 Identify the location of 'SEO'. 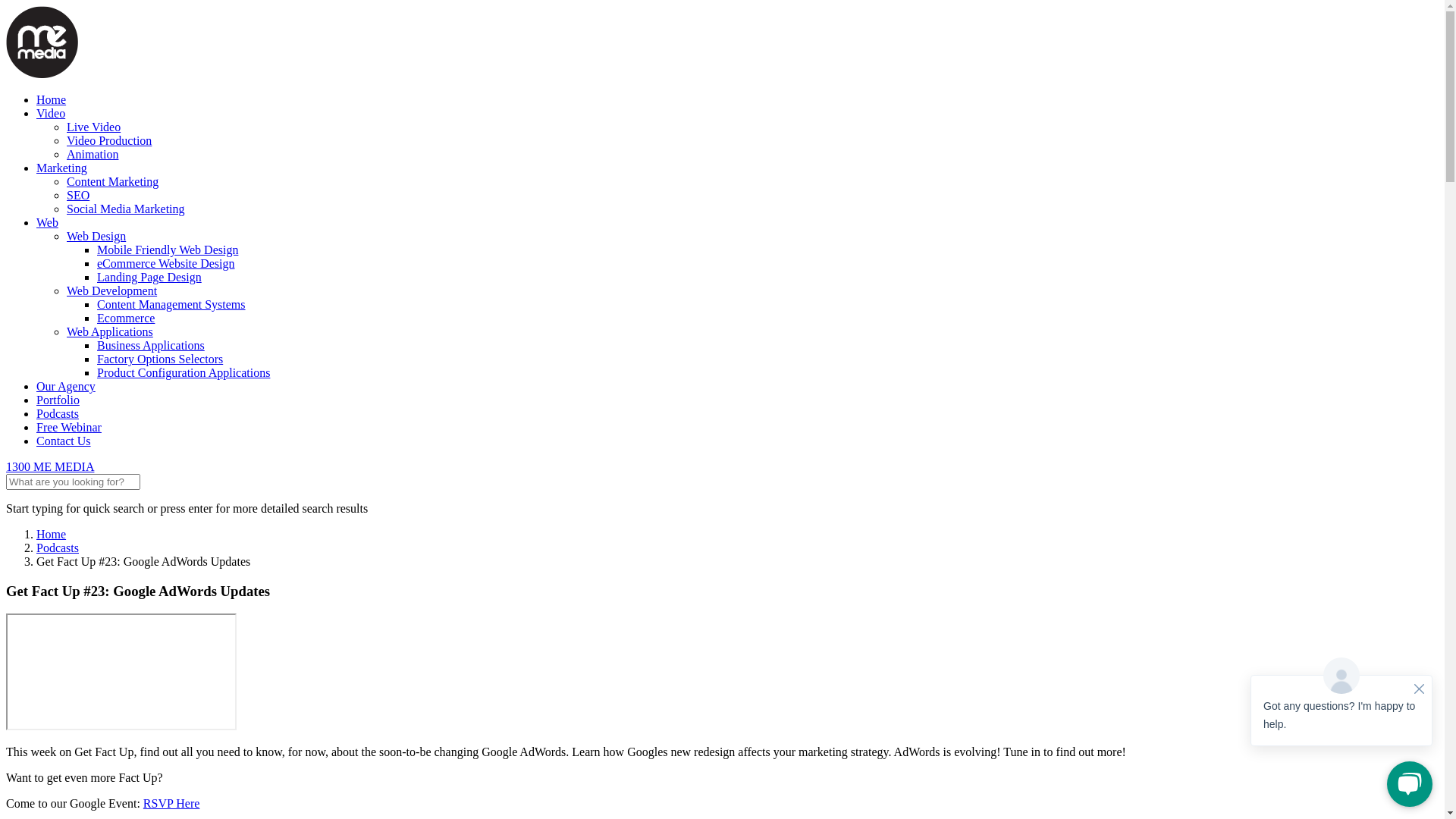
(77, 194).